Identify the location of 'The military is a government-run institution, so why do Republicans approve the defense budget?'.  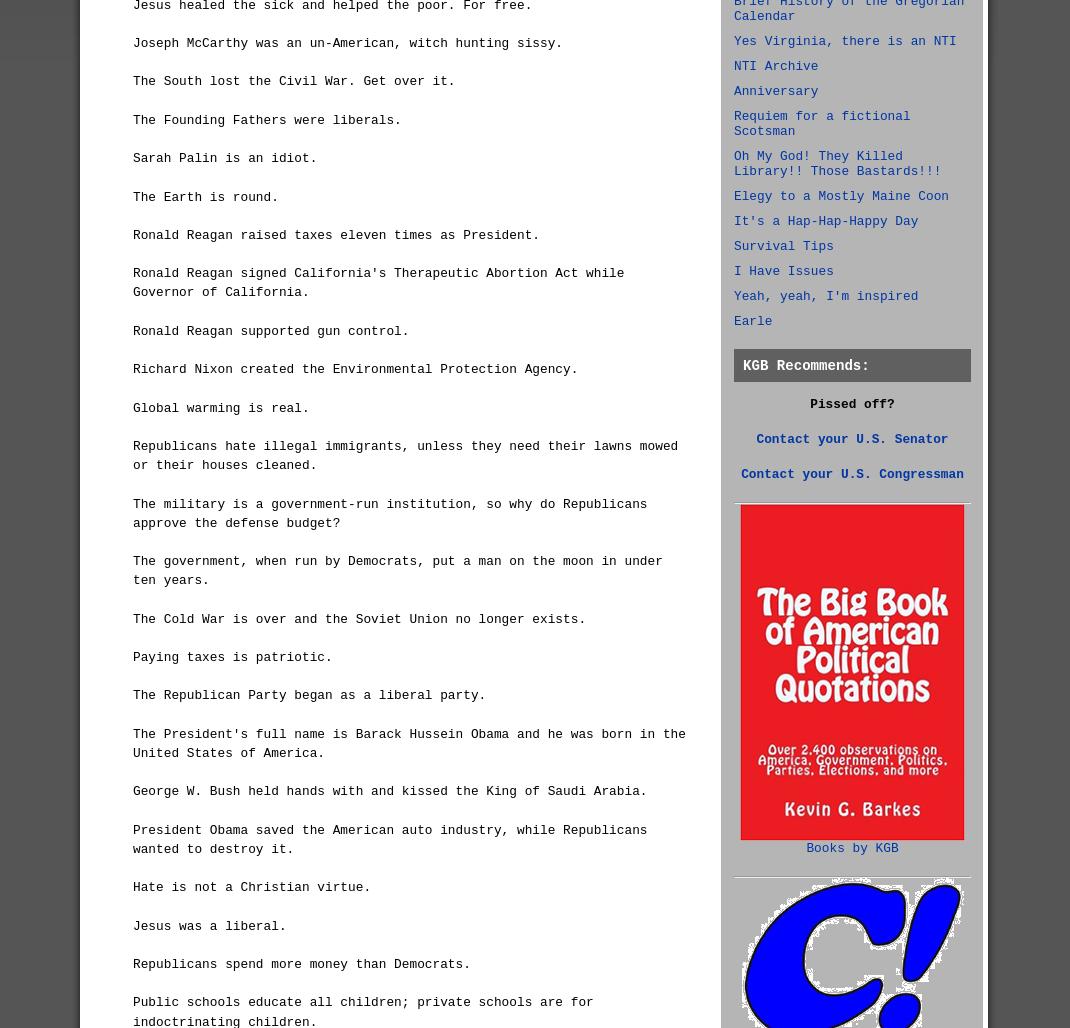
(133, 511).